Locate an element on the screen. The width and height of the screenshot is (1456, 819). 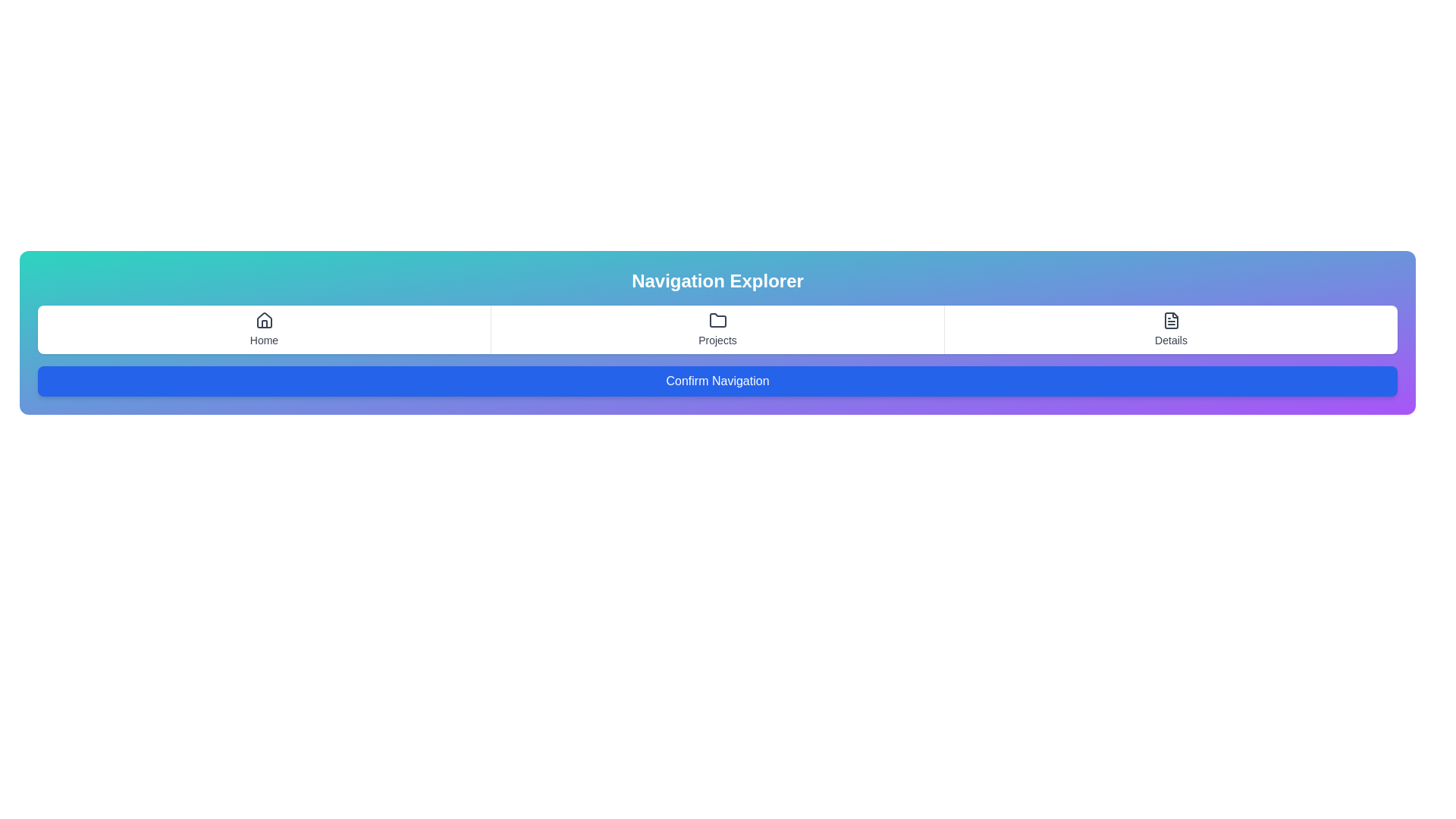
the 'Projects' icon, which serves as a decorative representation of the section and is aligned with the 'Projects' label underneath is located at coordinates (717, 319).